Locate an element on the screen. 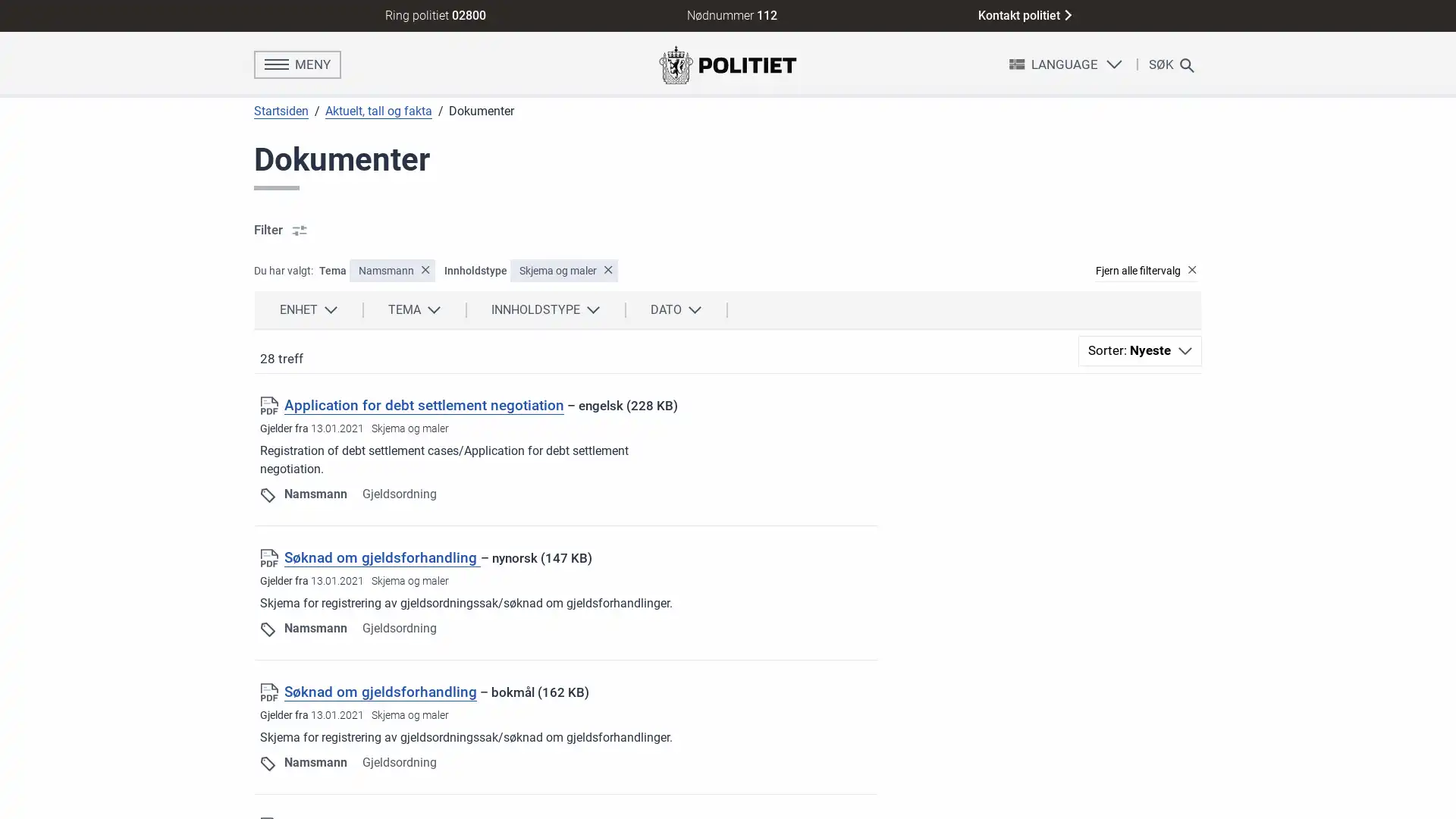 Image resolution: width=1456 pixels, height=819 pixels. MENY is located at coordinates (297, 63).